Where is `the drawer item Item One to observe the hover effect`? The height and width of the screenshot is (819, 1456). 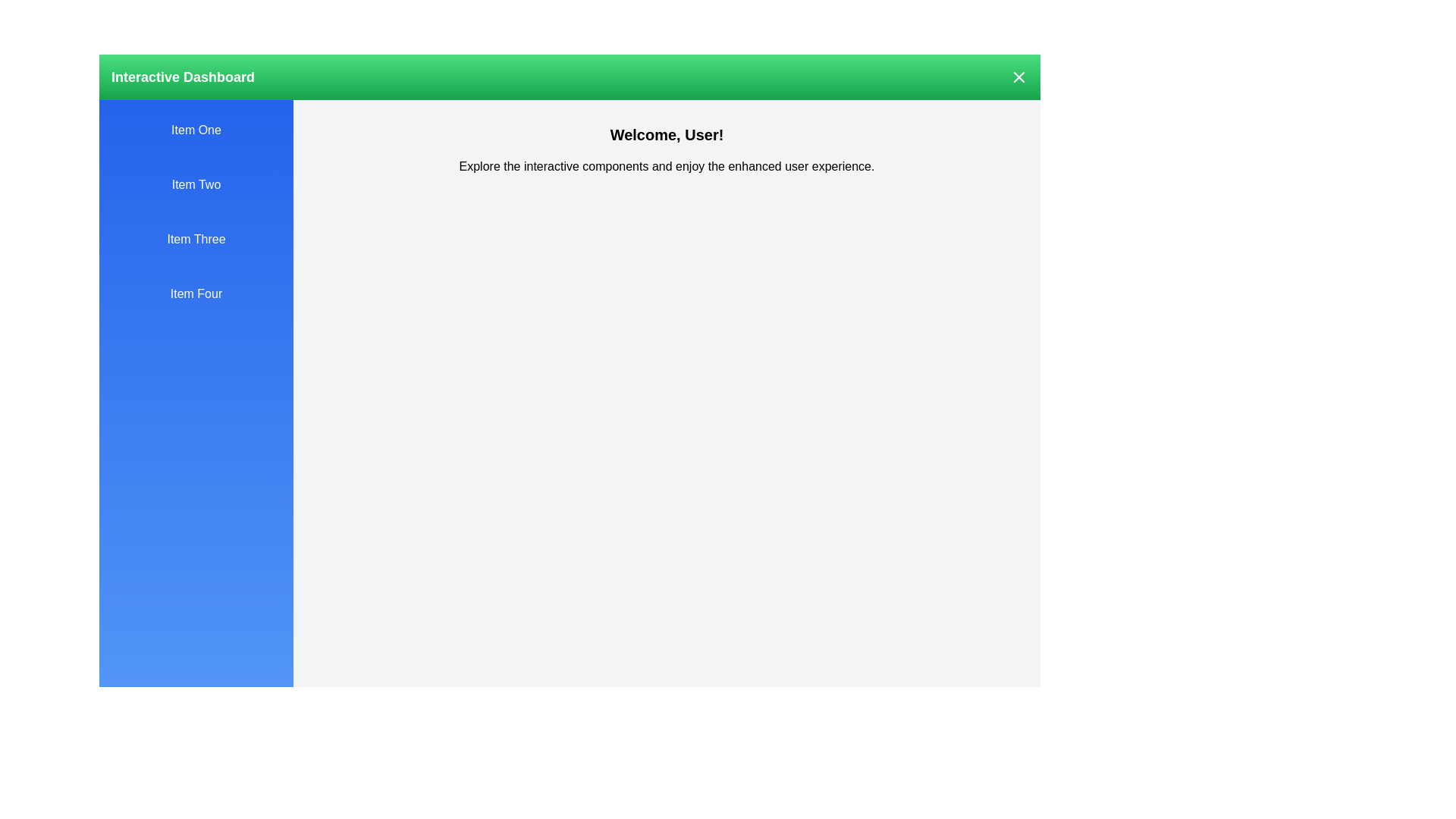 the drawer item Item One to observe the hover effect is located at coordinates (196, 130).